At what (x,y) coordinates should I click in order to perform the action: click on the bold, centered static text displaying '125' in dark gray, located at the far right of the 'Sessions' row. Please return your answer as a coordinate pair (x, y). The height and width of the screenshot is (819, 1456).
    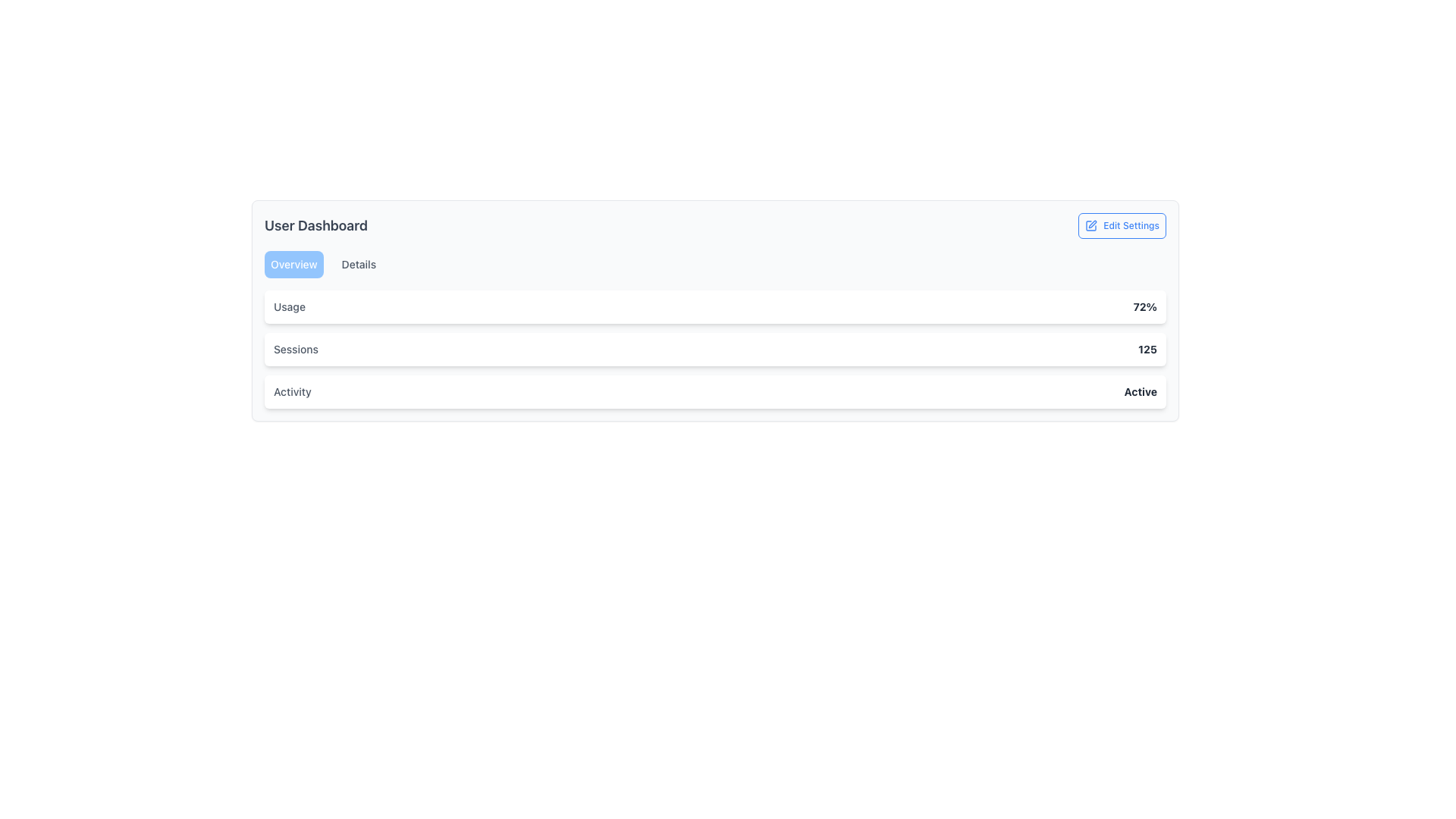
    Looking at the image, I should click on (1147, 350).